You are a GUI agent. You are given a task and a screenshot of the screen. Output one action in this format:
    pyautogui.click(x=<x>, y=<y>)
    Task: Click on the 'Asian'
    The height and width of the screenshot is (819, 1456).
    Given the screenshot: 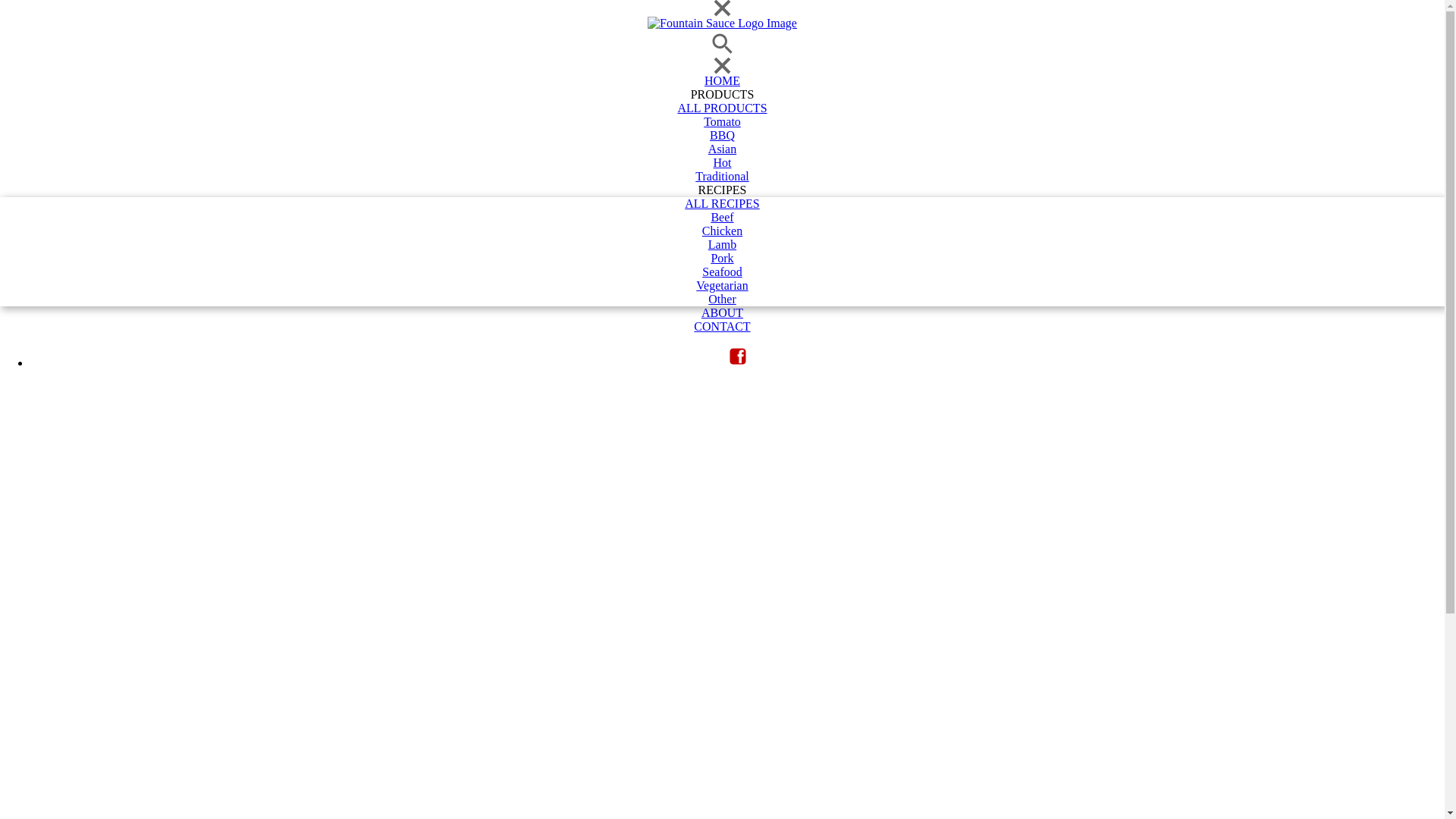 What is the action you would take?
    pyautogui.click(x=0, y=149)
    